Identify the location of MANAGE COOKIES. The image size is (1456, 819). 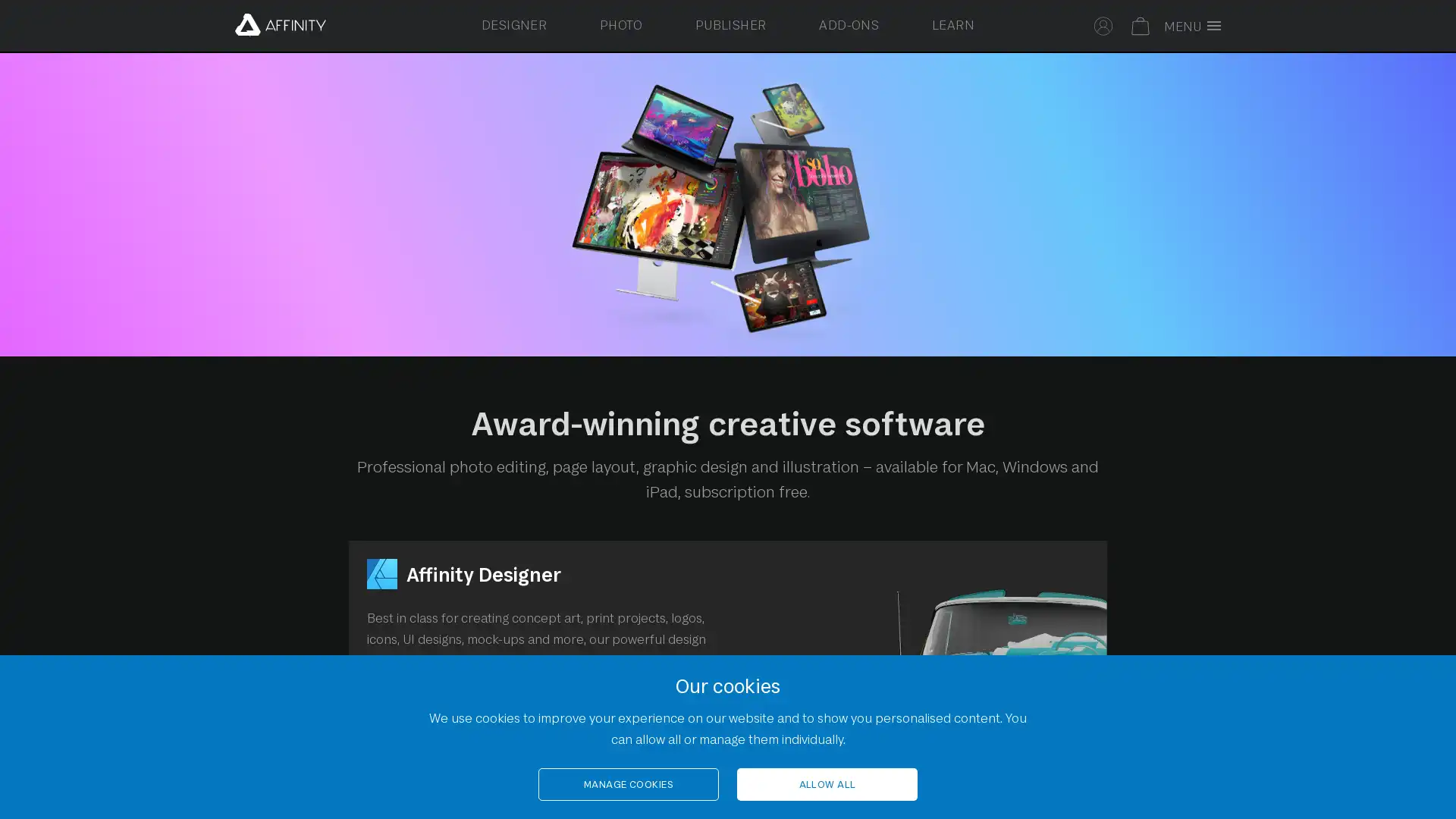
(629, 784).